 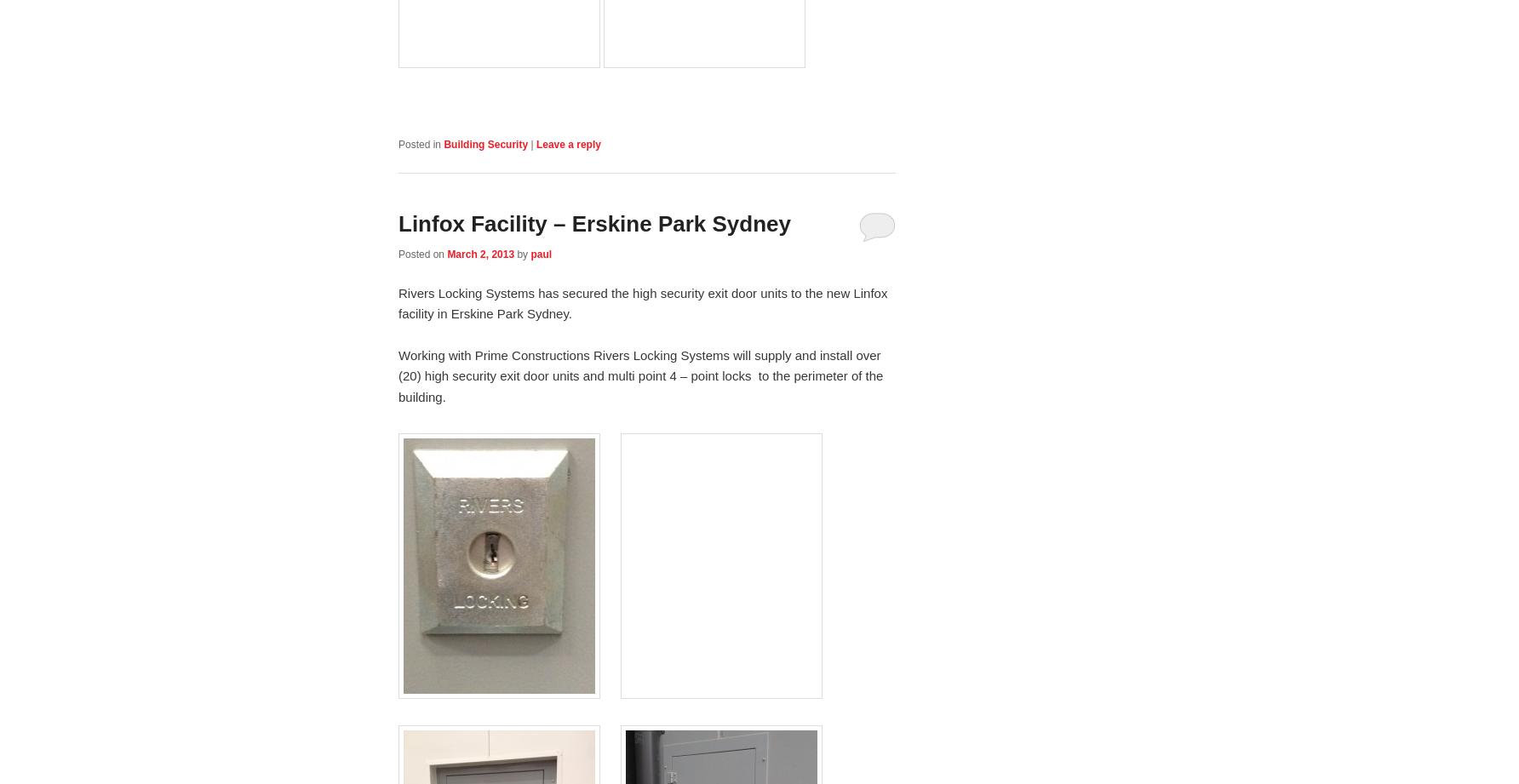 I want to click on 'Posted in', so click(x=419, y=143).